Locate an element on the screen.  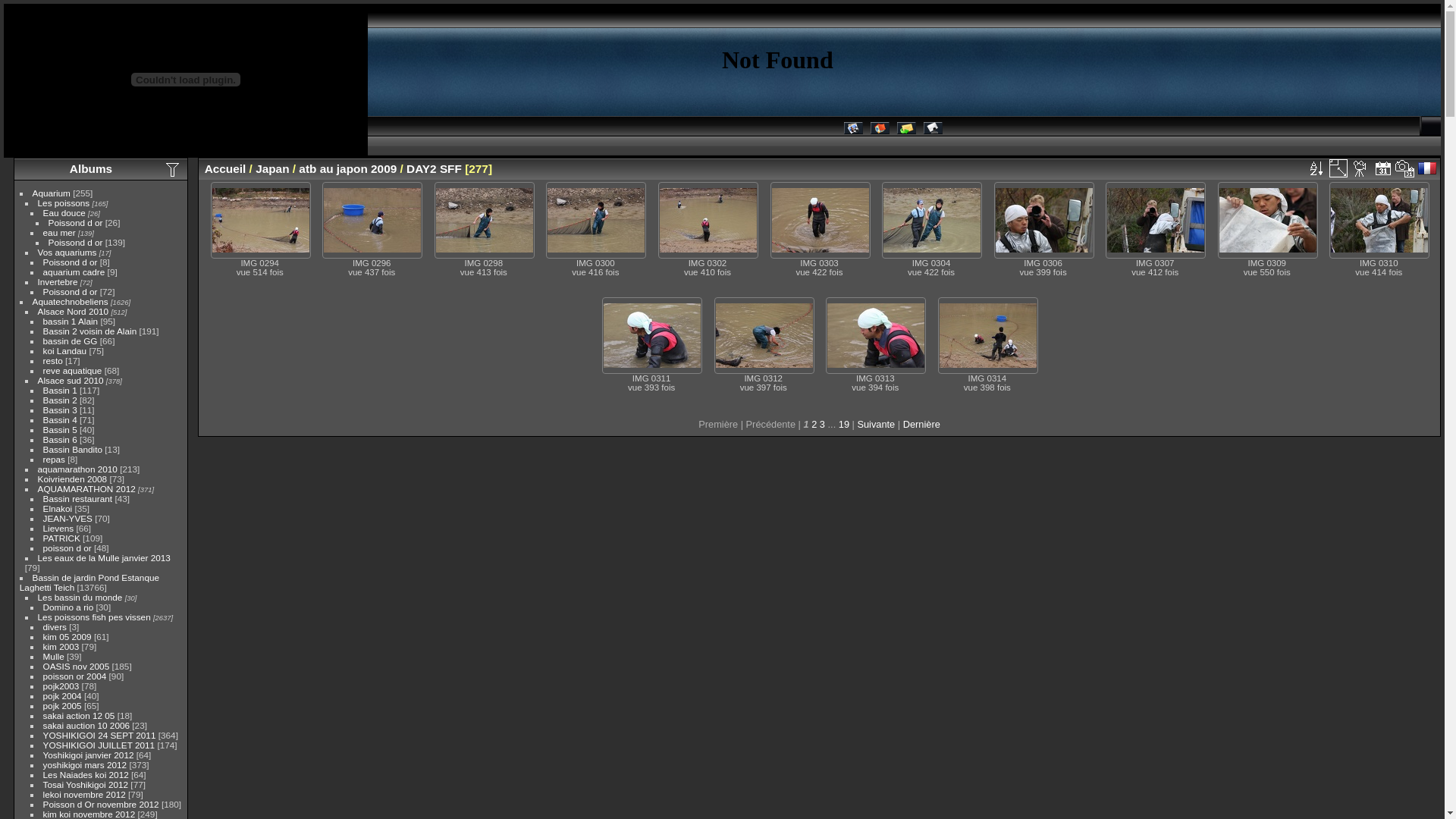
'IMG 0303 (422 visites)' is located at coordinates (819, 220).